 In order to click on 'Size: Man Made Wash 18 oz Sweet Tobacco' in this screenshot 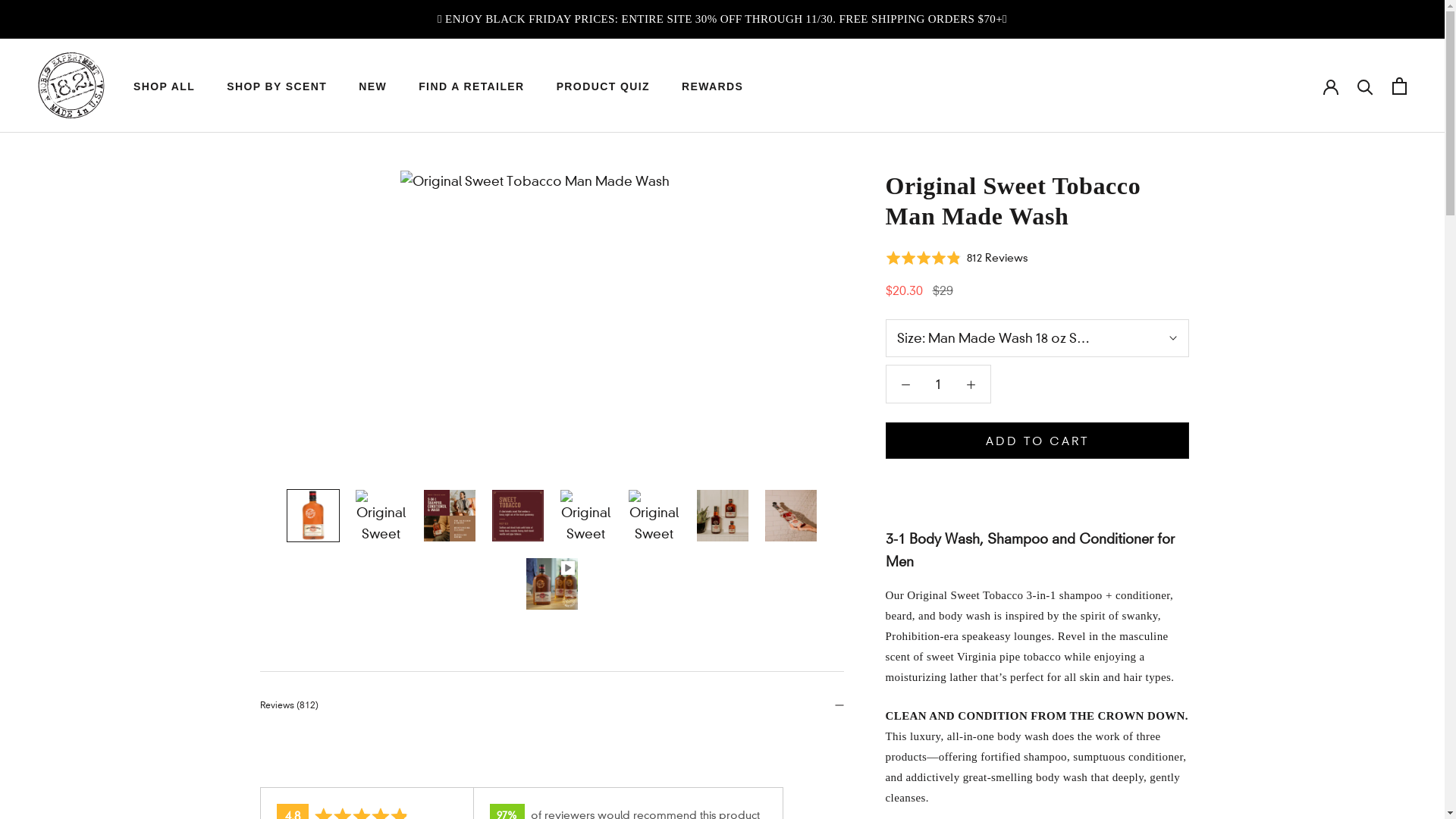, I will do `click(1037, 337)`.